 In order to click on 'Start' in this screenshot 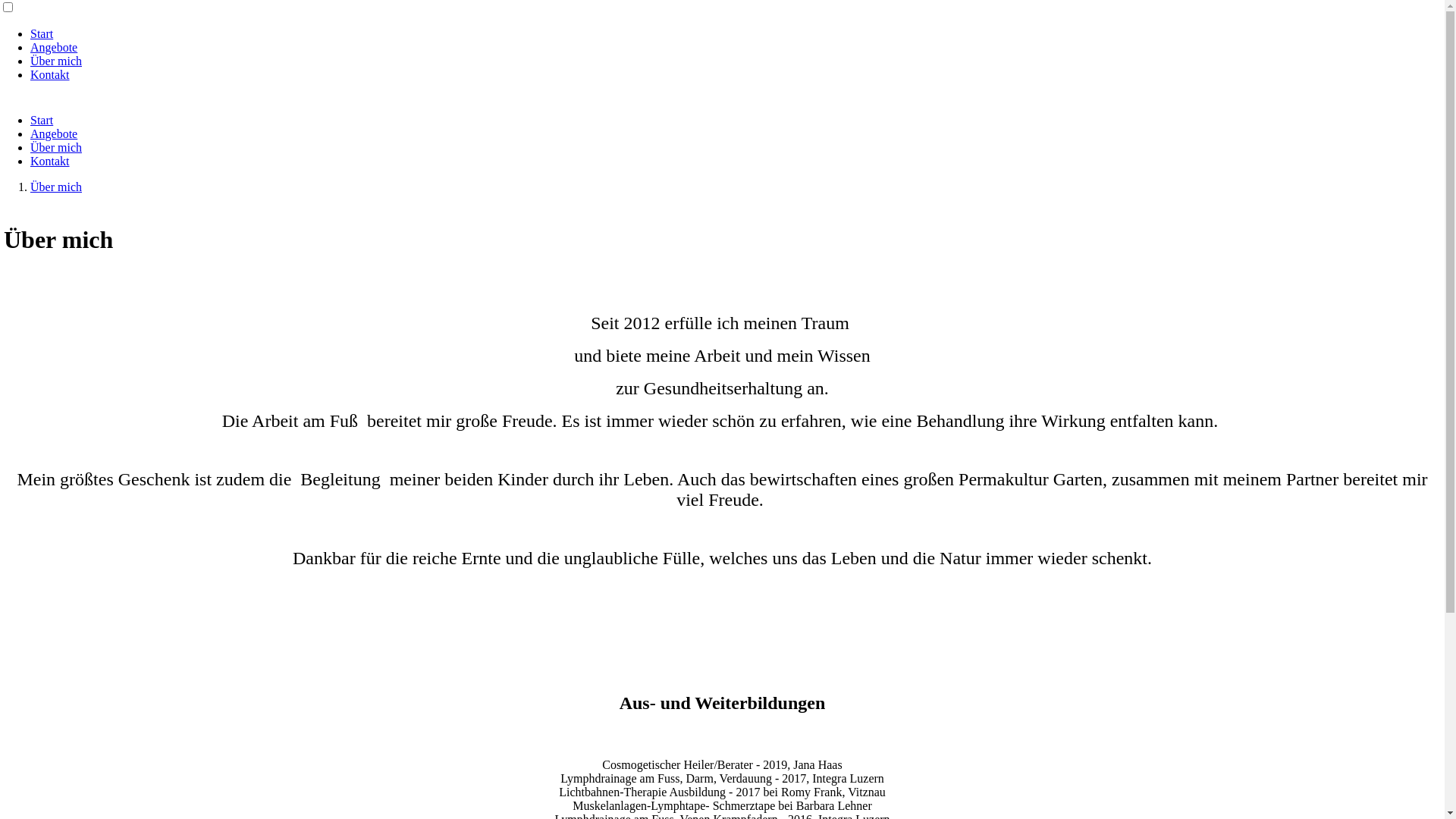, I will do `click(41, 119)`.